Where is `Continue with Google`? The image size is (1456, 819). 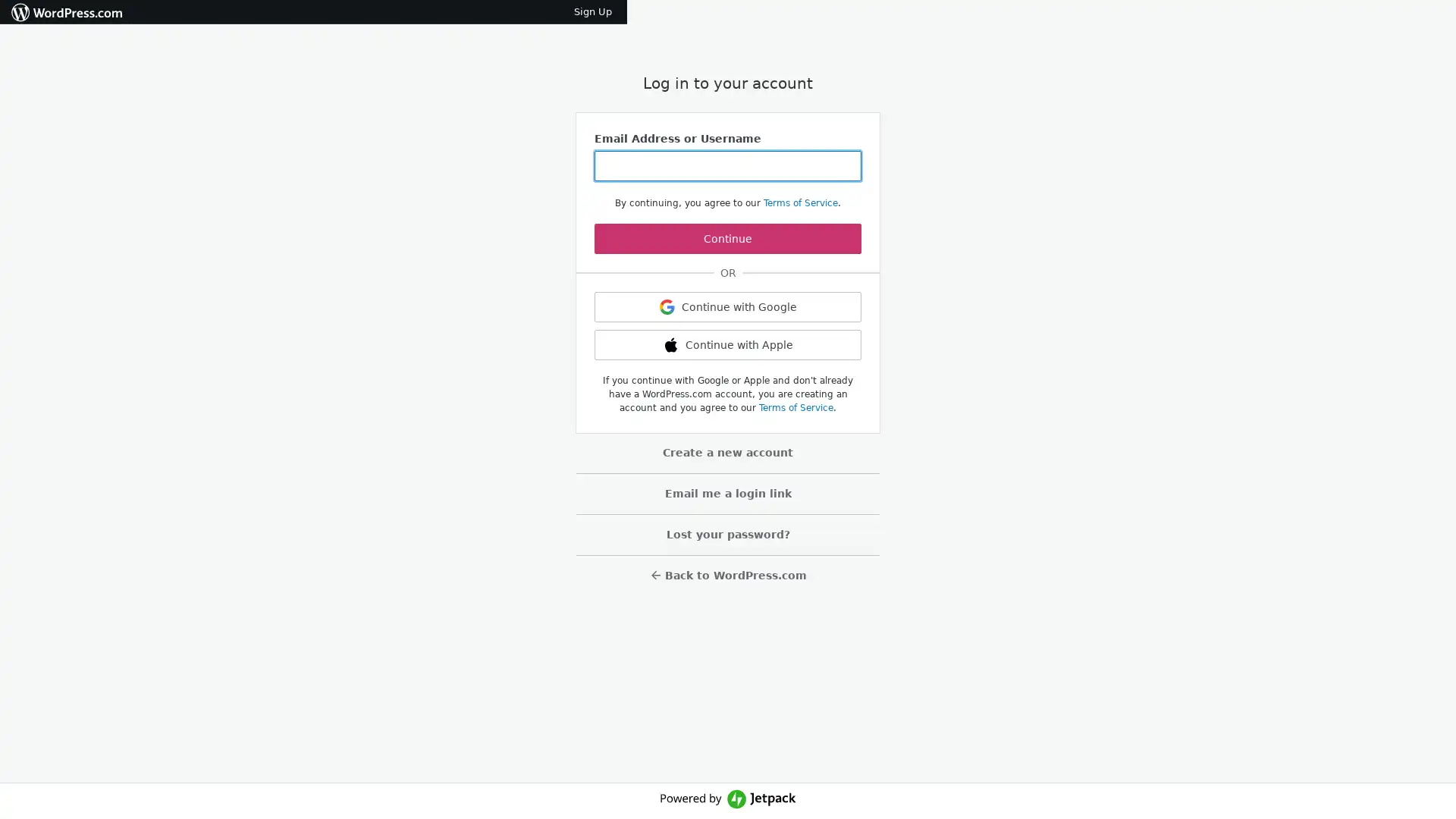 Continue with Google is located at coordinates (728, 307).